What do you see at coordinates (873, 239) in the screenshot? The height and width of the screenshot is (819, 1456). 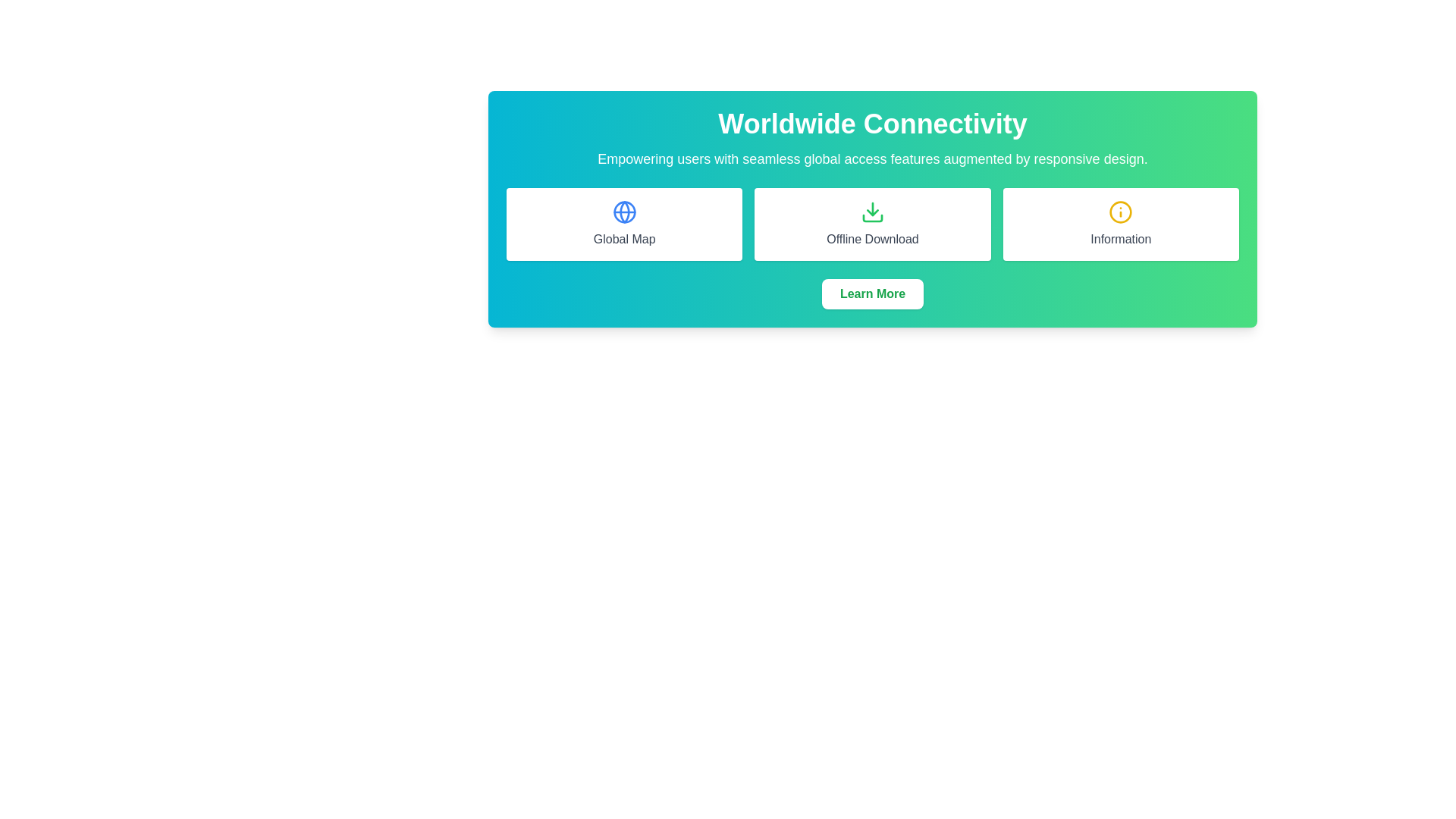 I see `the text label that reads 'Offline Download', which is styled in gray and located beneath the download icon in the central card of a three-card layout` at bounding box center [873, 239].